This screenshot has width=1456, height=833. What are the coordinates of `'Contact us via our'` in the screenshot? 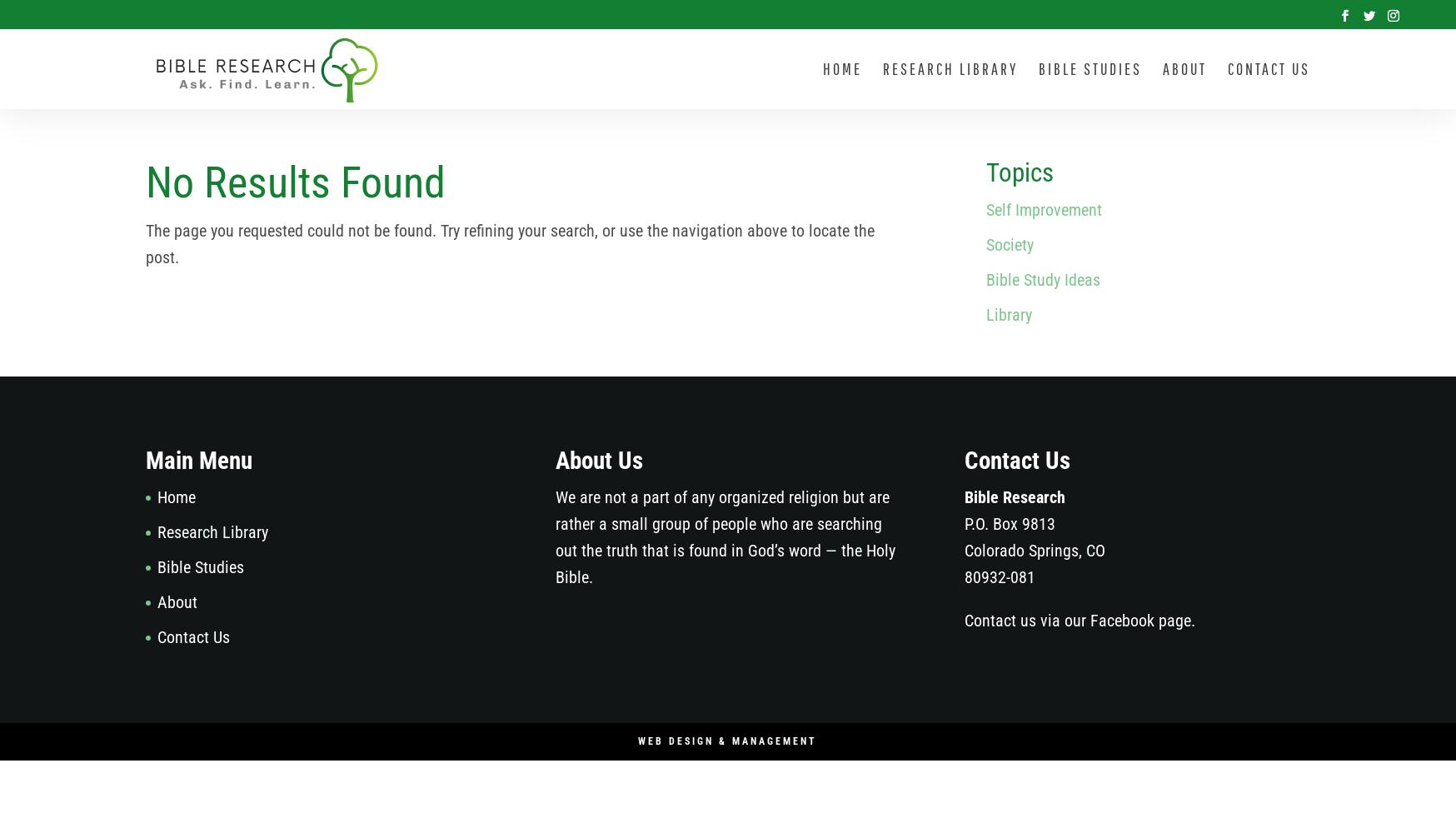 It's located at (1026, 619).